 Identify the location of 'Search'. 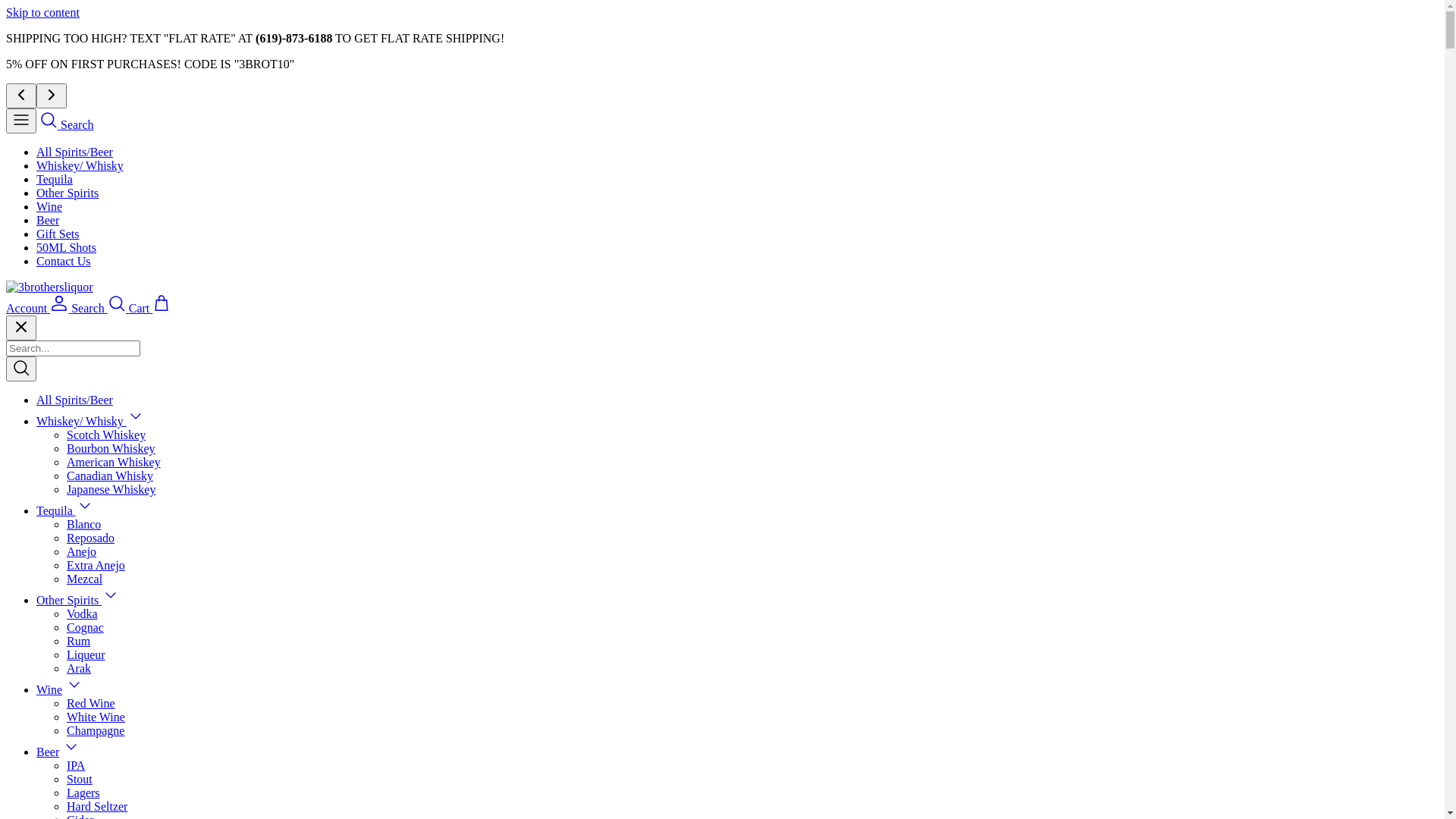
(65, 124).